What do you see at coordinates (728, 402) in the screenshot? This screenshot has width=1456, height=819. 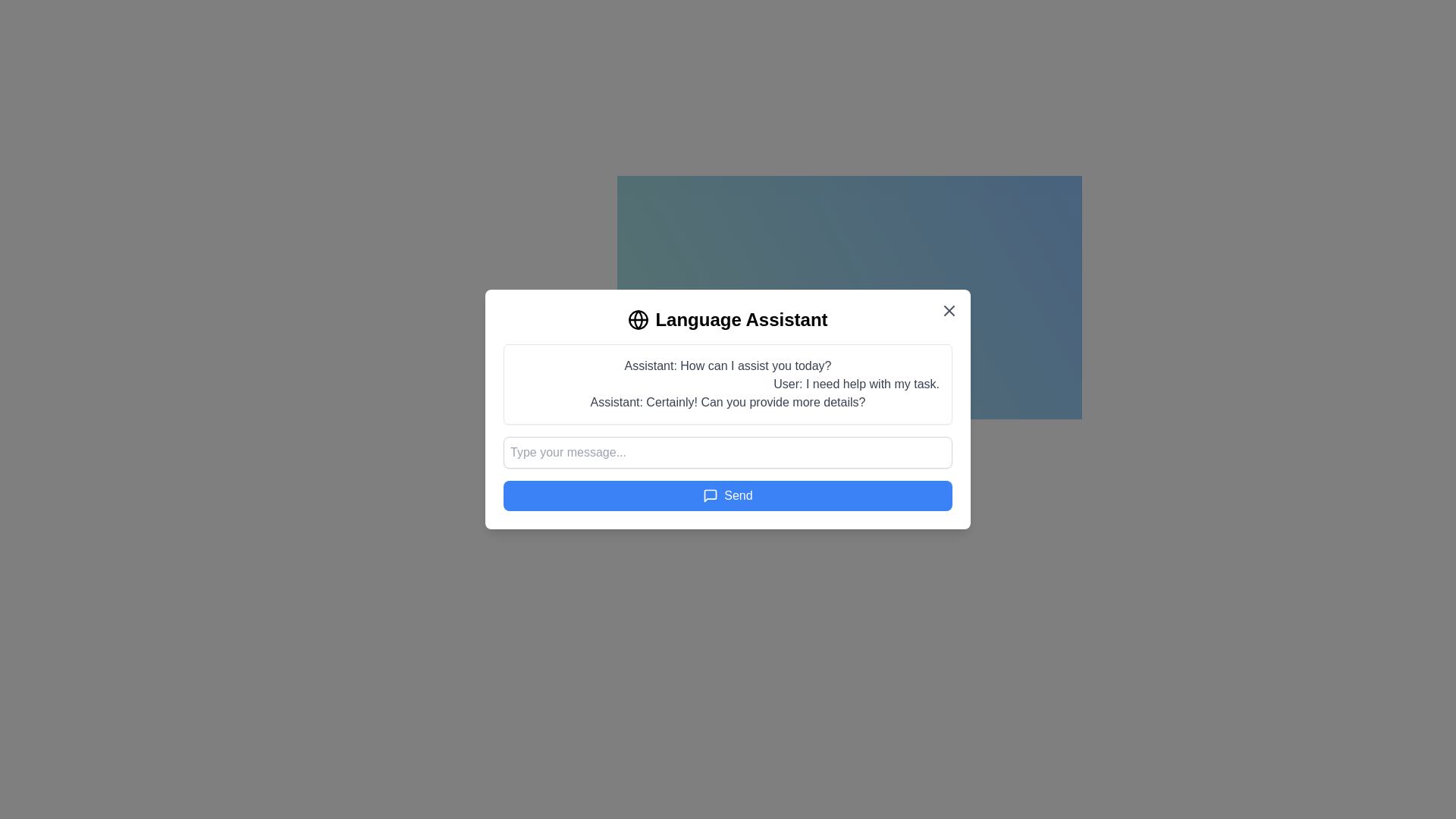 I see `the static text message component in the chat interface, which is the last item in a group of three lines, positioned below the 'User: I need help with my task.' line` at bounding box center [728, 402].